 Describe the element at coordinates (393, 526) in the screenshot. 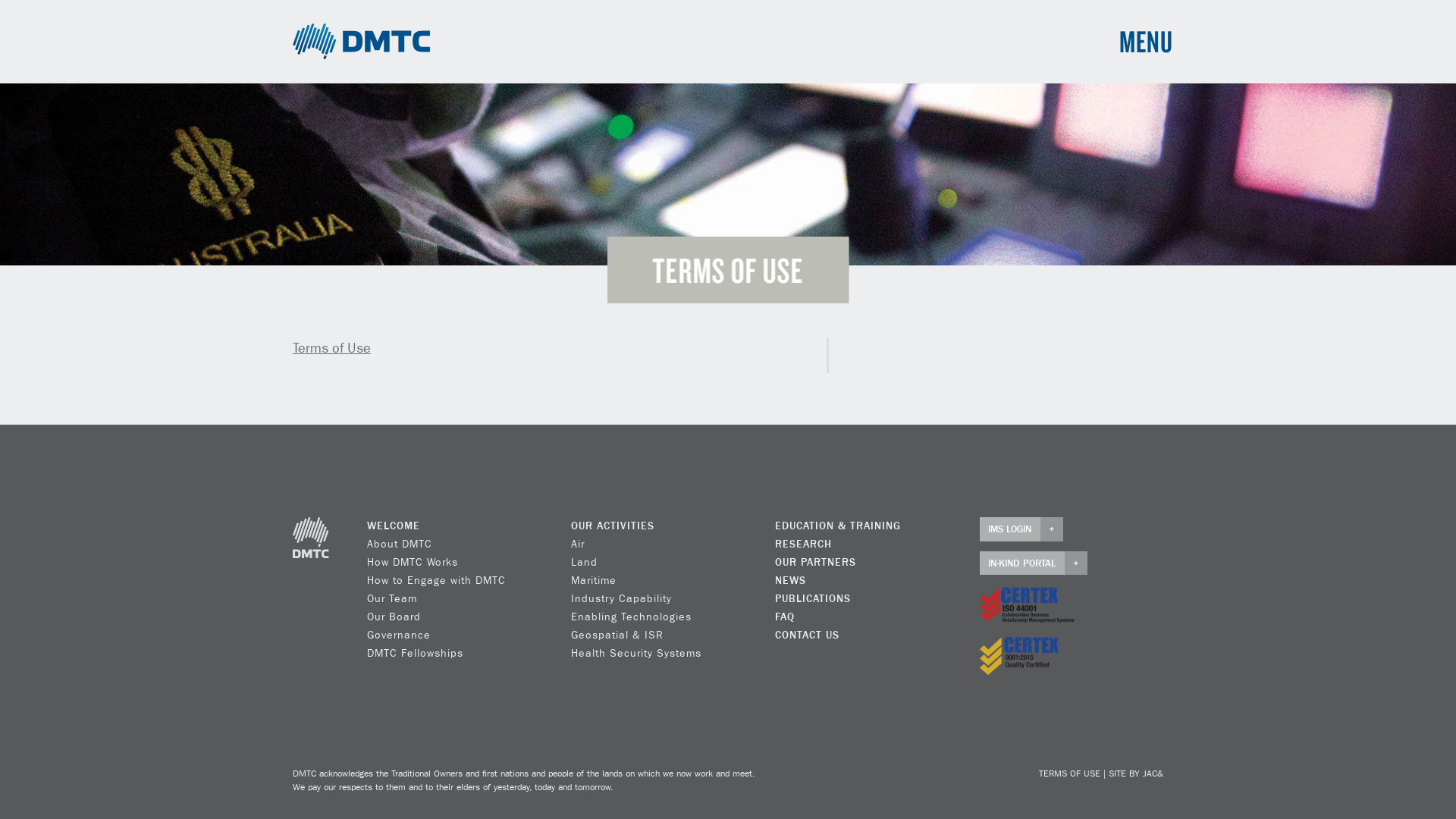

I see `'WELCOME'` at that location.